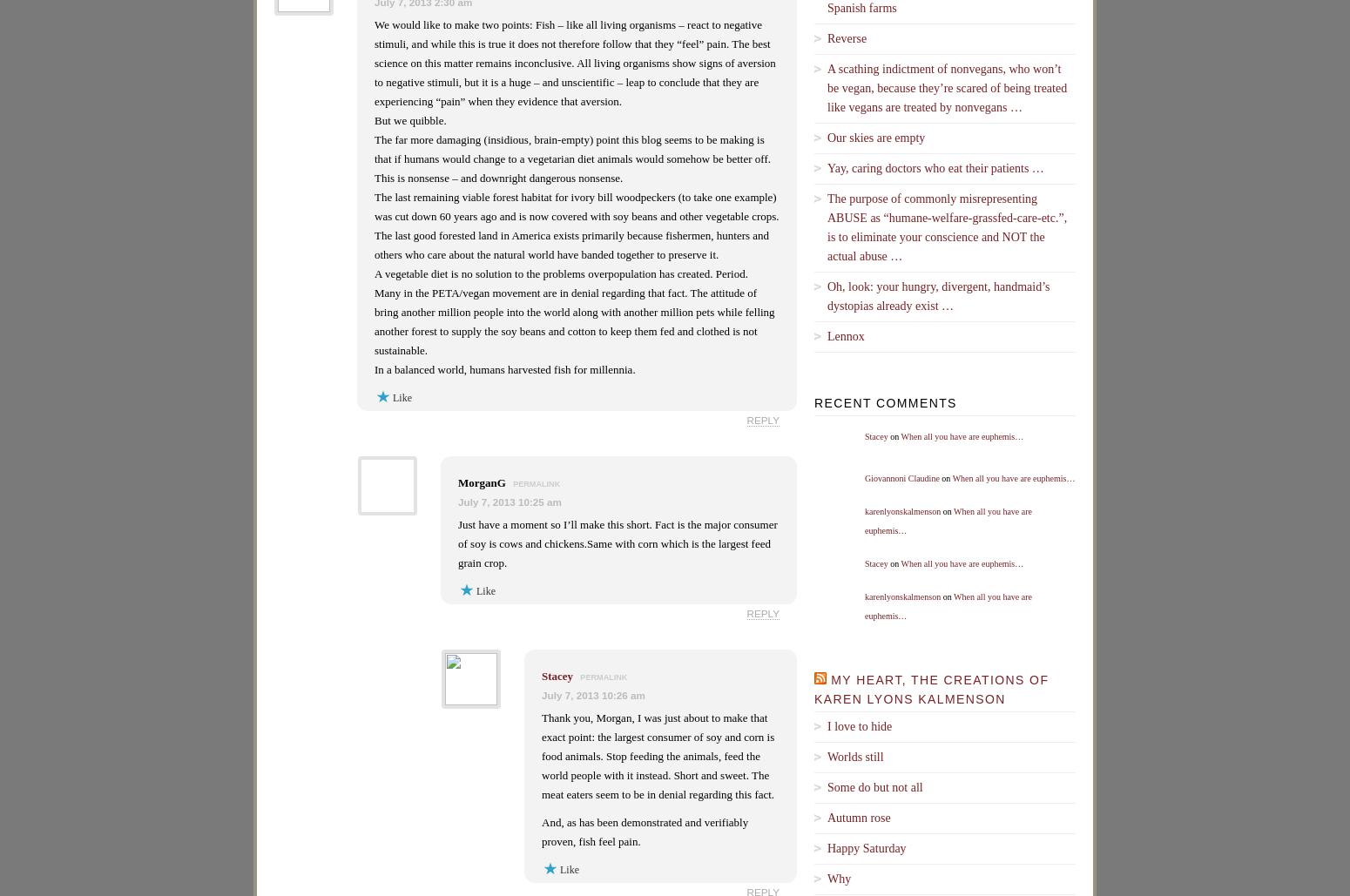 The width and height of the screenshot is (1350, 896). Describe the element at coordinates (592, 695) in the screenshot. I see `'July 7, 2013 10:26 am'` at that location.